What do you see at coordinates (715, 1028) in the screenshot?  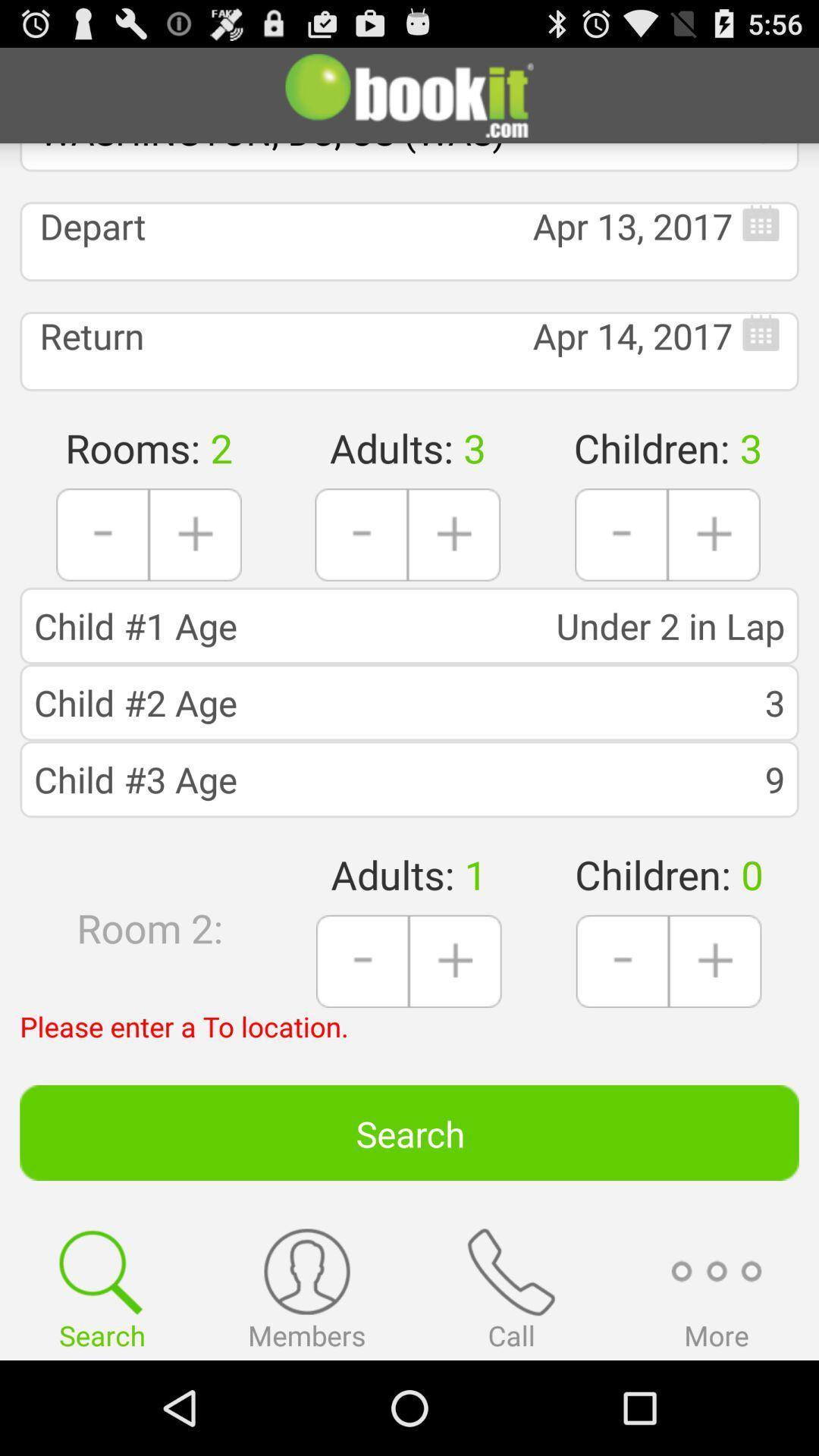 I see `the add icon` at bounding box center [715, 1028].